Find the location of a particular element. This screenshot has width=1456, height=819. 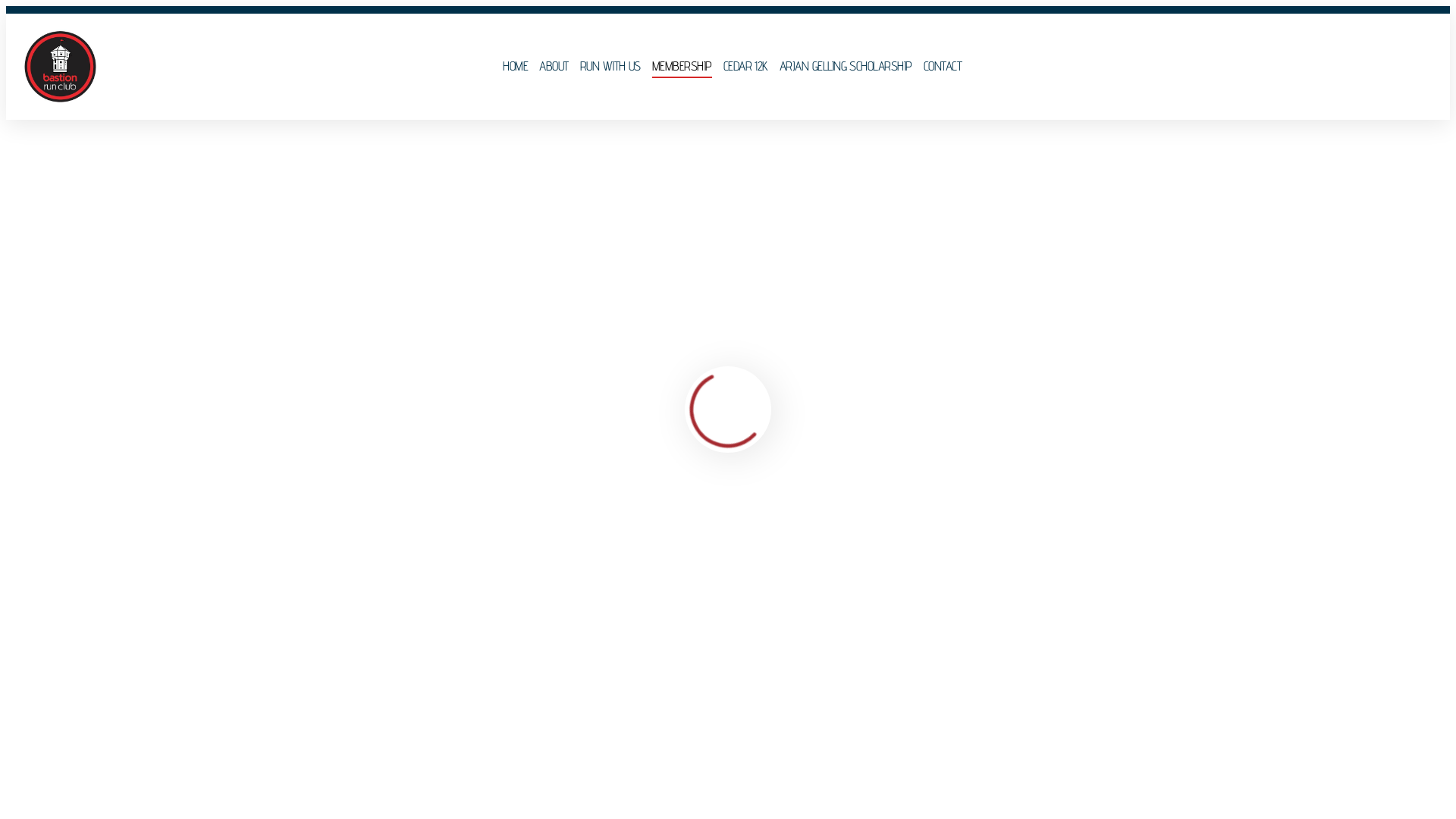

'CEDAR 12K' is located at coordinates (745, 66).